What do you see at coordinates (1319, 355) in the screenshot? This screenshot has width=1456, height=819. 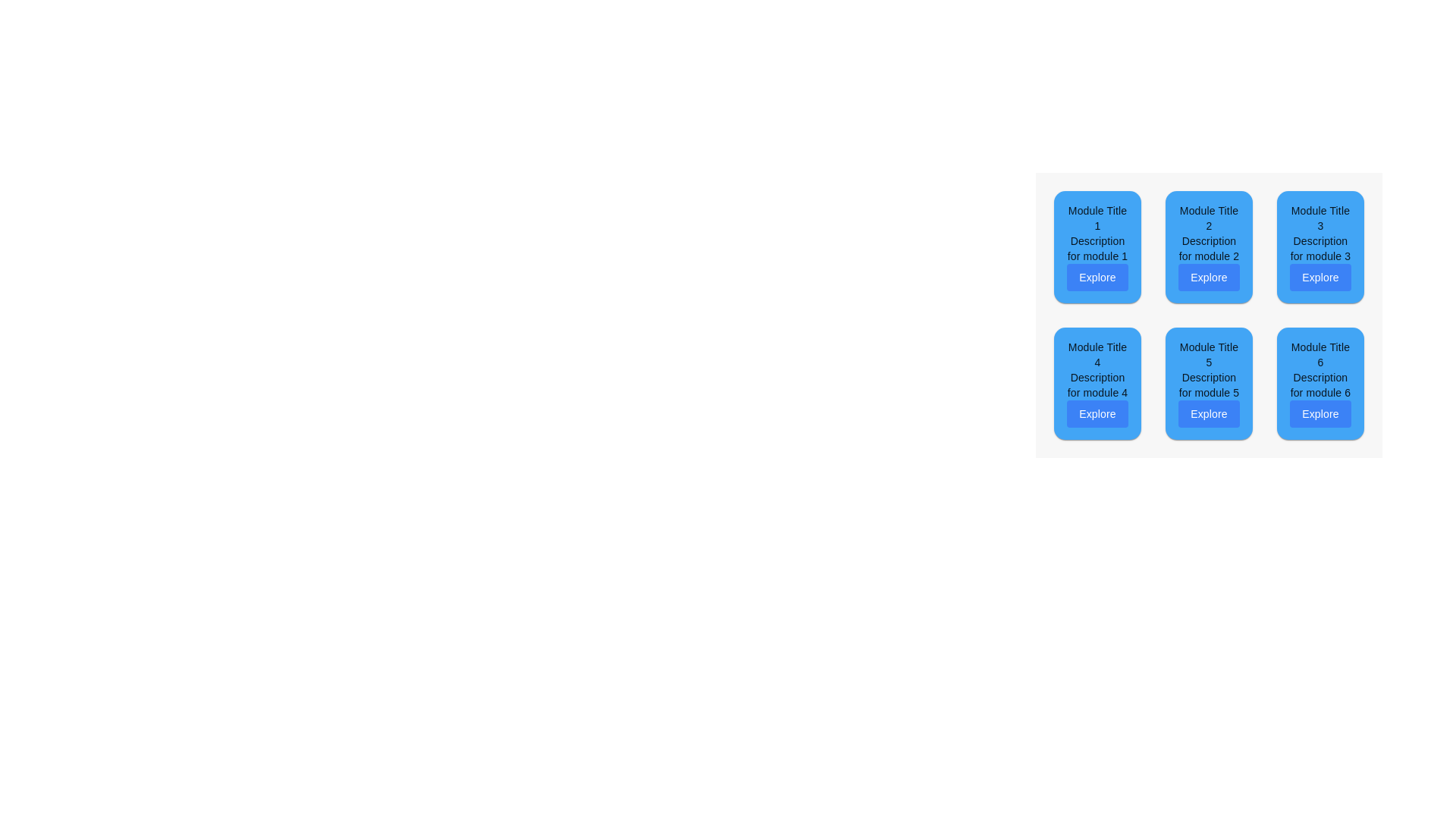 I see `the text element displaying 'Module Title 6', which is positioned at the top of a card-like structure against a blue background` at bounding box center [1319, 355].